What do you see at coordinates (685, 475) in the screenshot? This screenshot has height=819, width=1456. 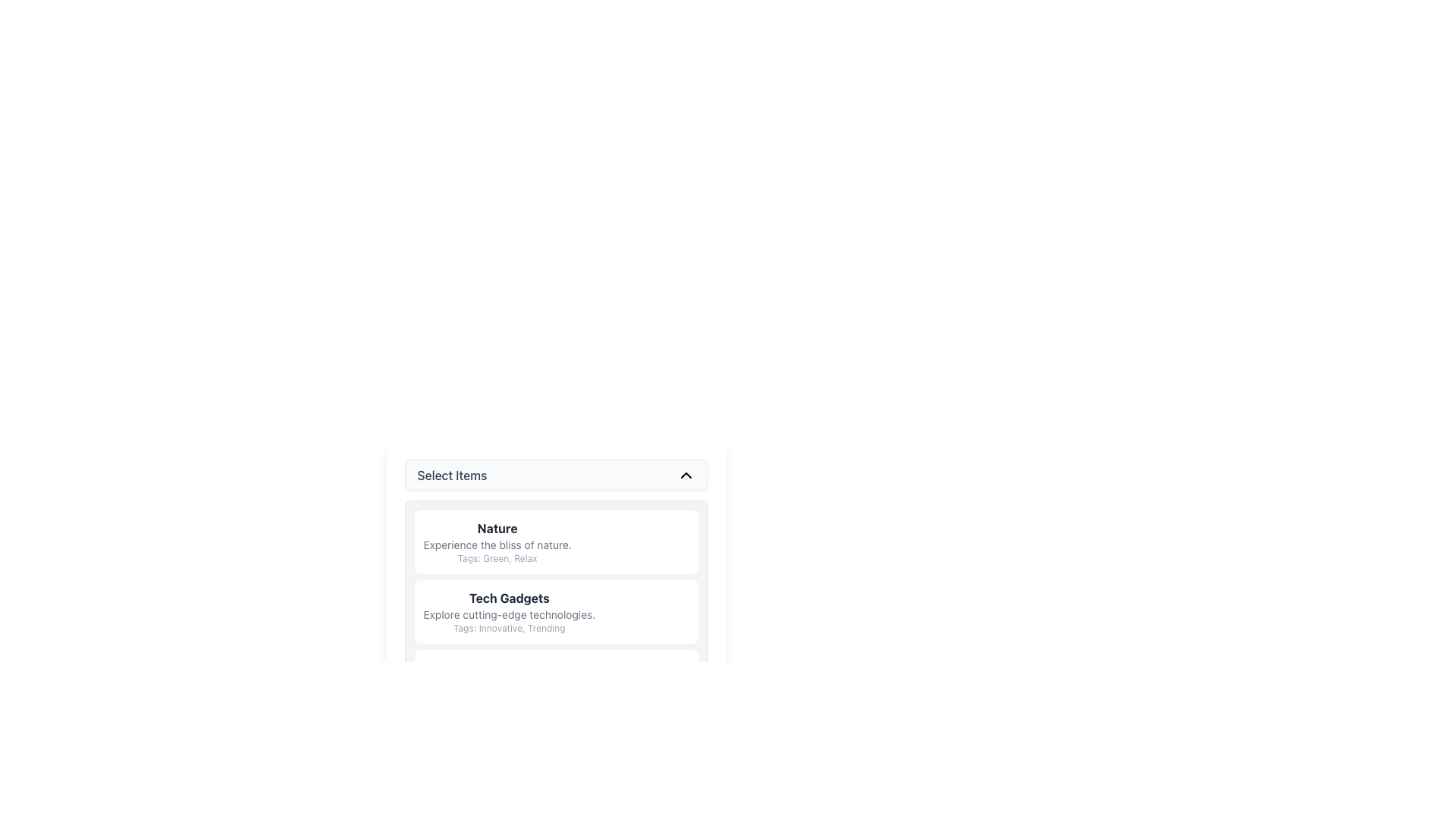 I see `the upward-pointing chevron icon on the right side of the 'Select Items' header` at bounding box center [685, 475].